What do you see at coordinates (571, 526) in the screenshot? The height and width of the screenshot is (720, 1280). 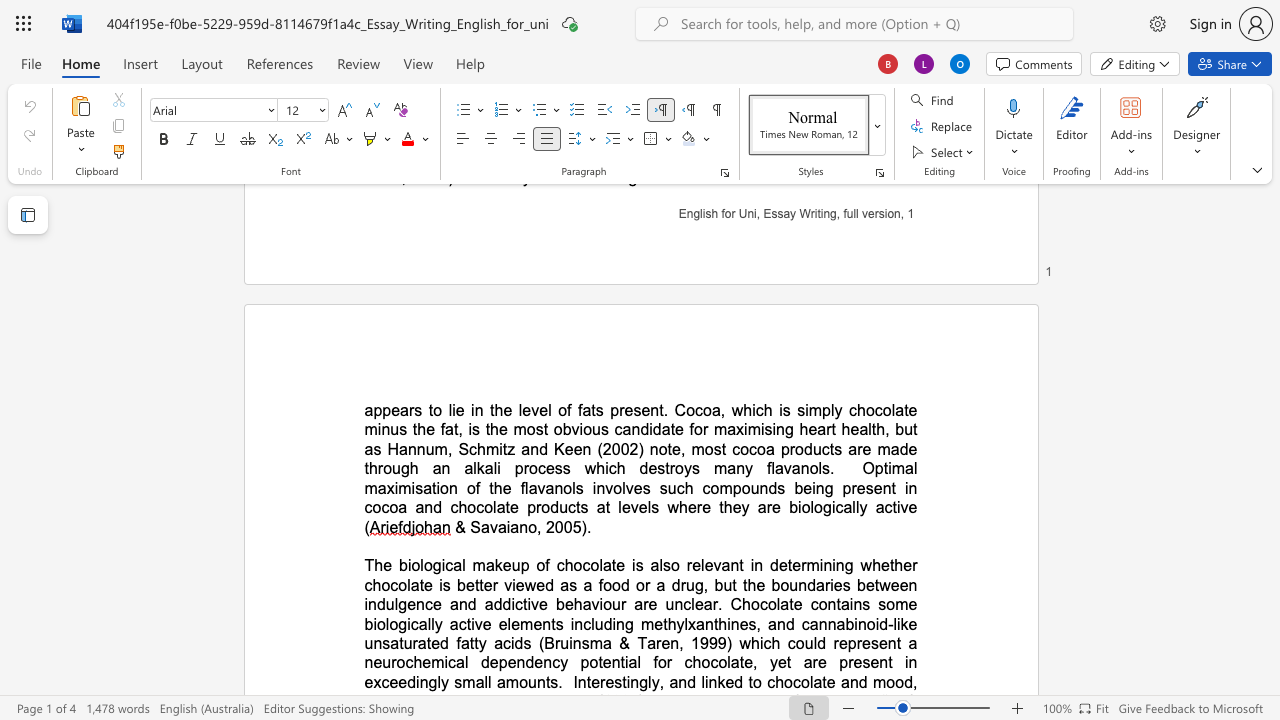 I see `the space between the continuous character "0" and "5" in the text` at bounding box center [571, 526].